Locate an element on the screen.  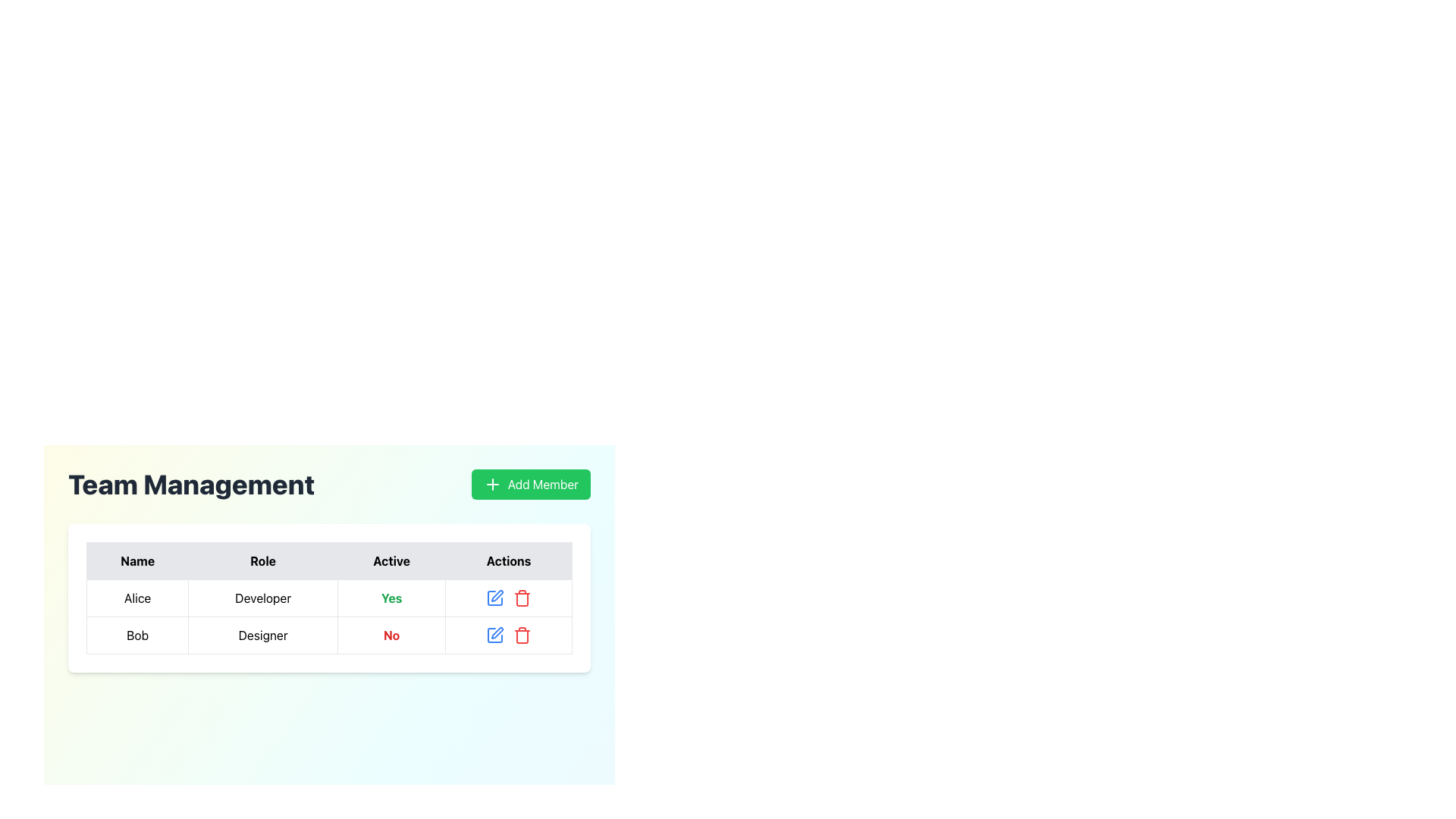
the Iconographic component of the trash bin illustration, which represents the body of the trash bin and suggests the 'delete' functionality is located at coordinates (522, 598).